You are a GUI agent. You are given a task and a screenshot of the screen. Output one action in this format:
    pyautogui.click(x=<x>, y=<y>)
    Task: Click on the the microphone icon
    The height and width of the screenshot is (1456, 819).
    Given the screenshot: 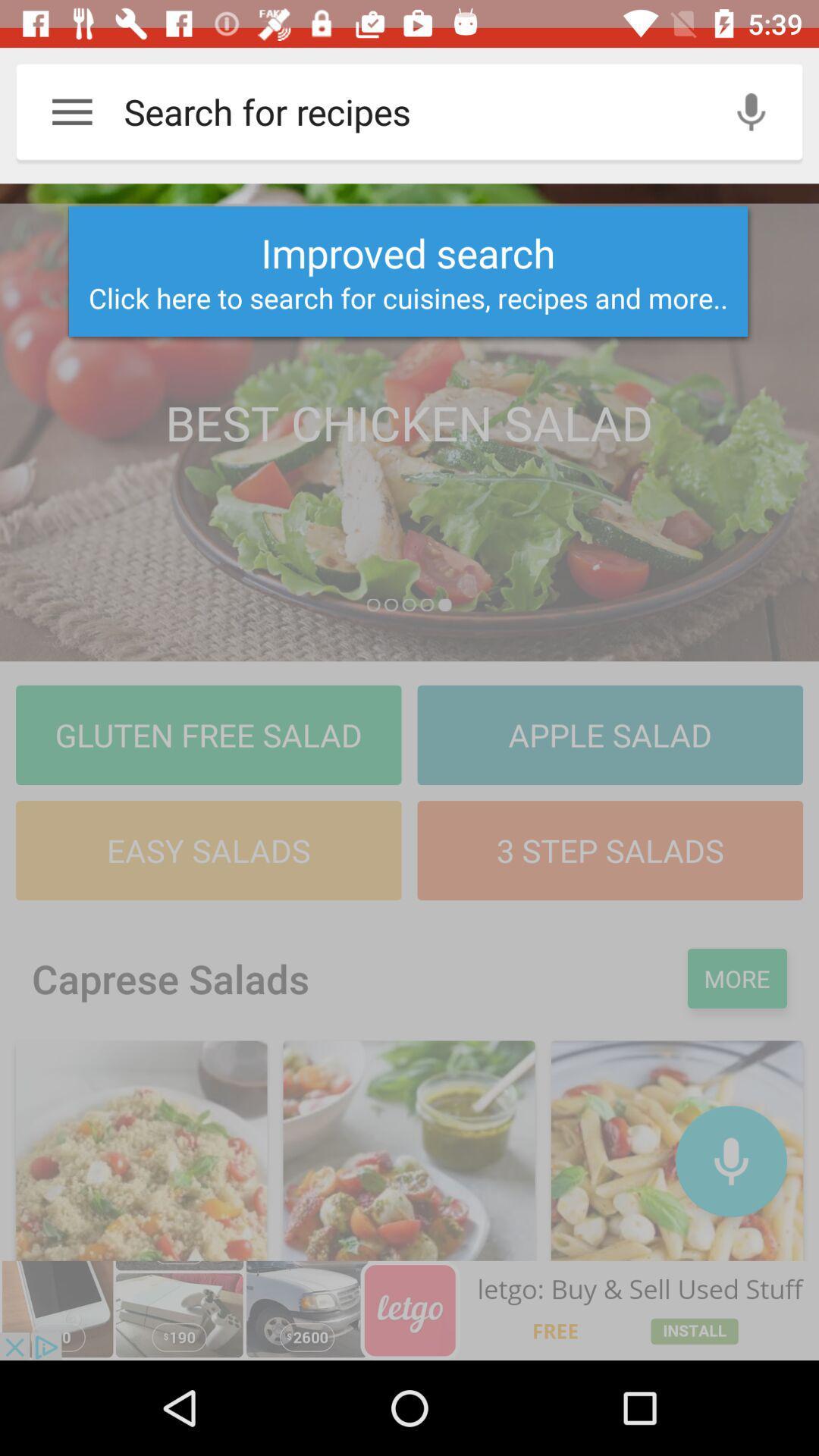 What is the action you would take?
    pyautogui.click(x=751, y=111)
    